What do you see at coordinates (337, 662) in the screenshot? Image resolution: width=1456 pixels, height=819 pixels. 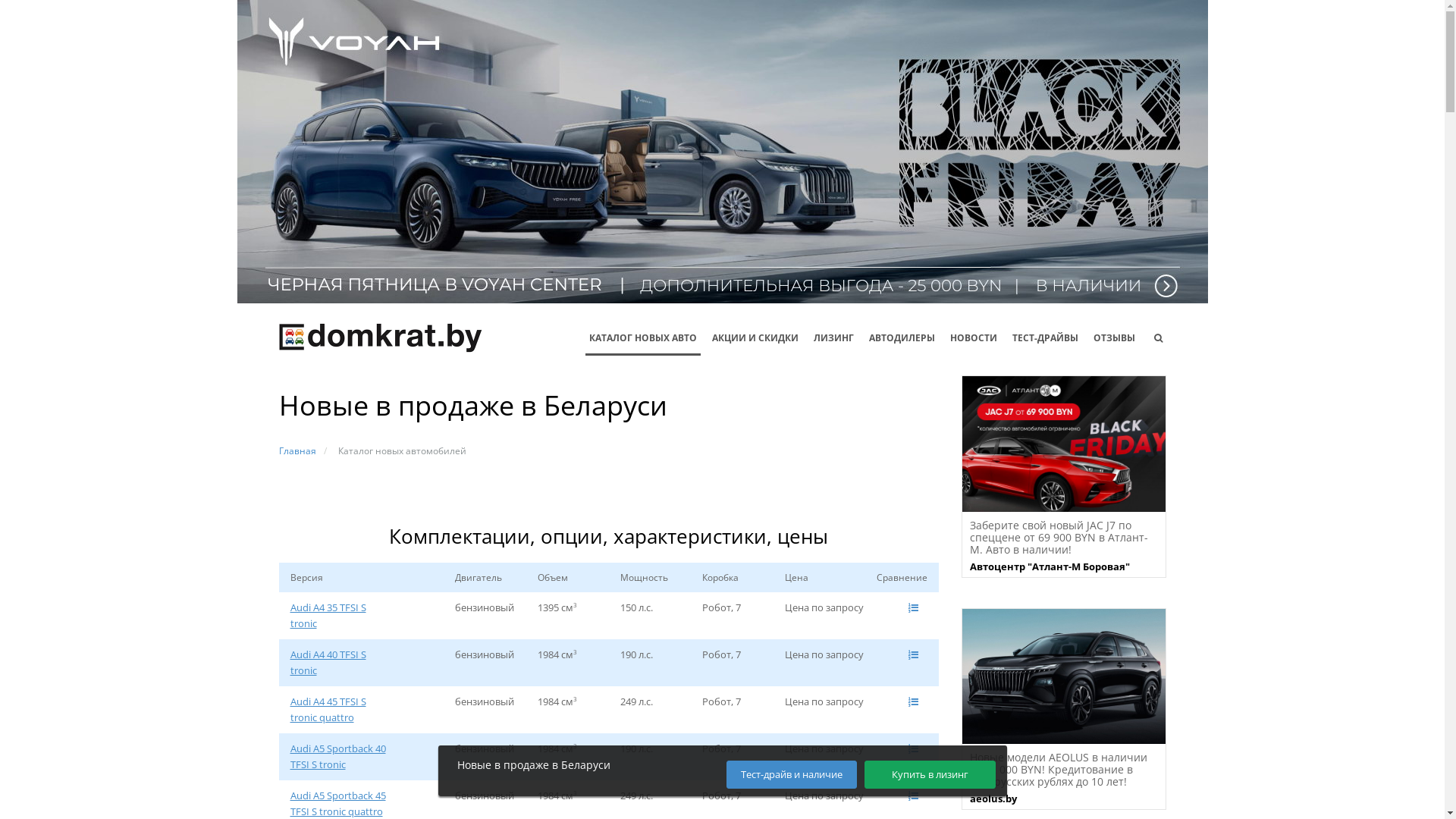 I see `'Audi A4 40 TFSI S tronic'` at bounding box center [337, 662].